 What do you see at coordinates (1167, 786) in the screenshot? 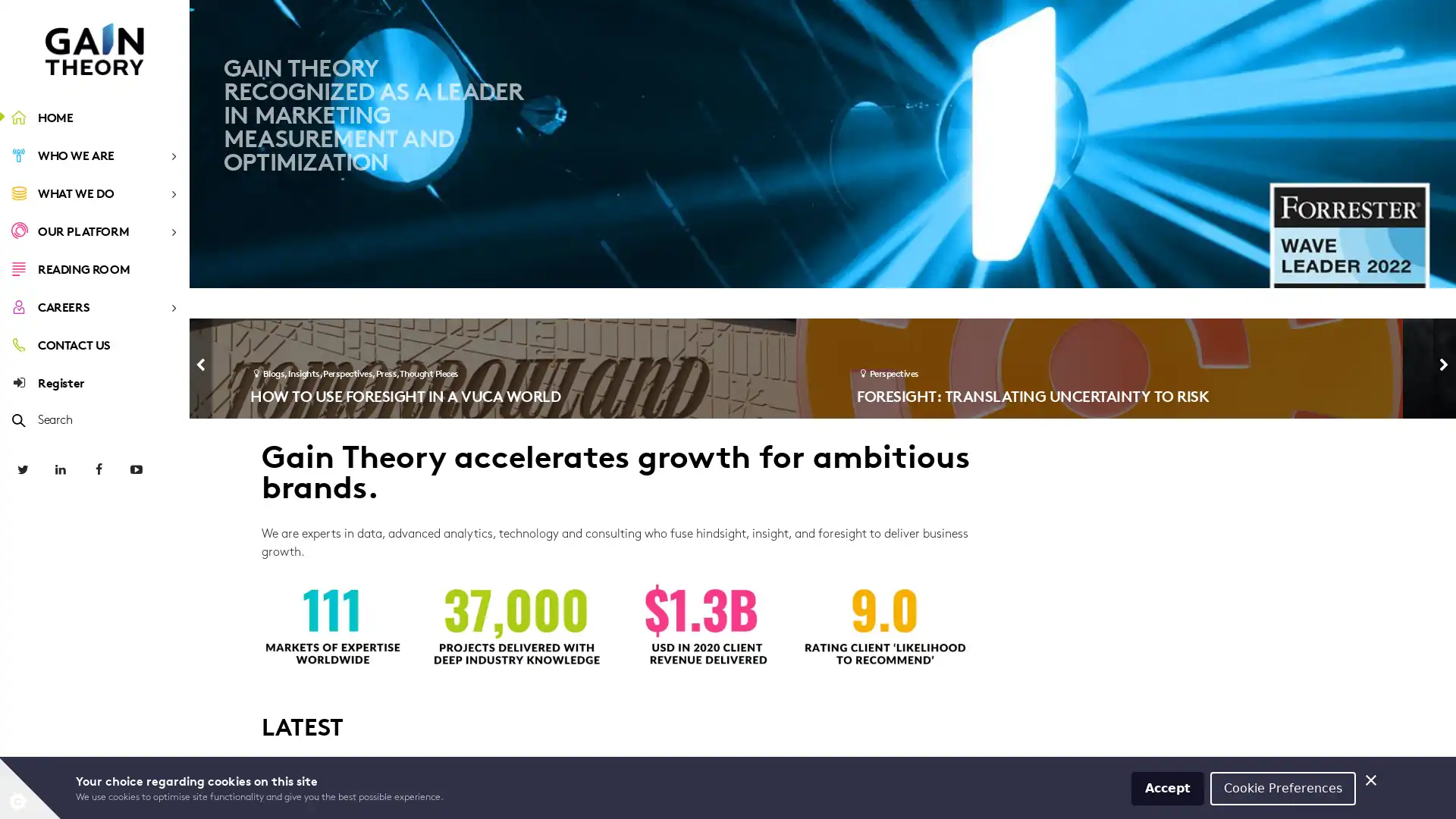
I see `Accept` at bounding box center [1167, 786].